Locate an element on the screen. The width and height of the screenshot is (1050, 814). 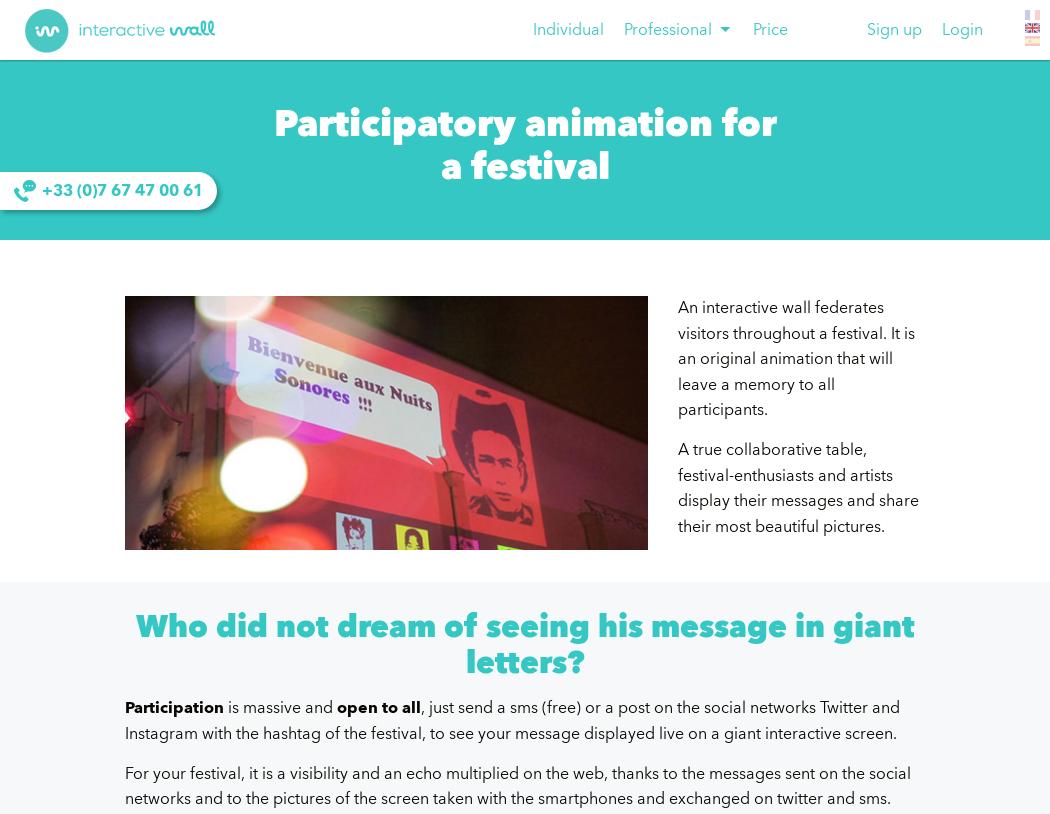
'An interactive wall federates visitors throughout a festival. It is an original animation that will leave a memory to all participants.' is located at coordinates (677, 358).